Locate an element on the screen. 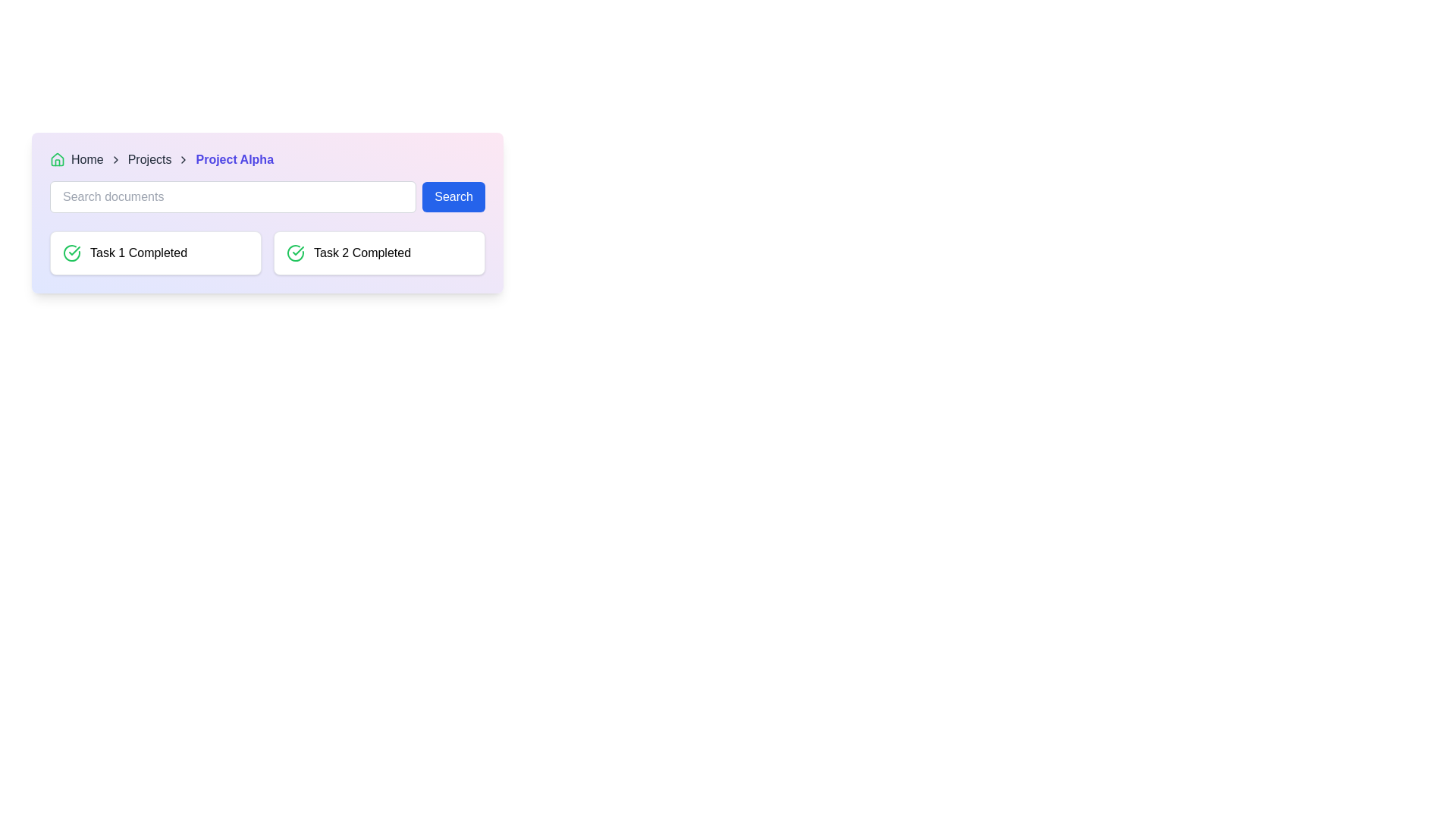 This screenshot has height=819, width=1456. the circular green checkmark icon is located at coordinates (295, 253).